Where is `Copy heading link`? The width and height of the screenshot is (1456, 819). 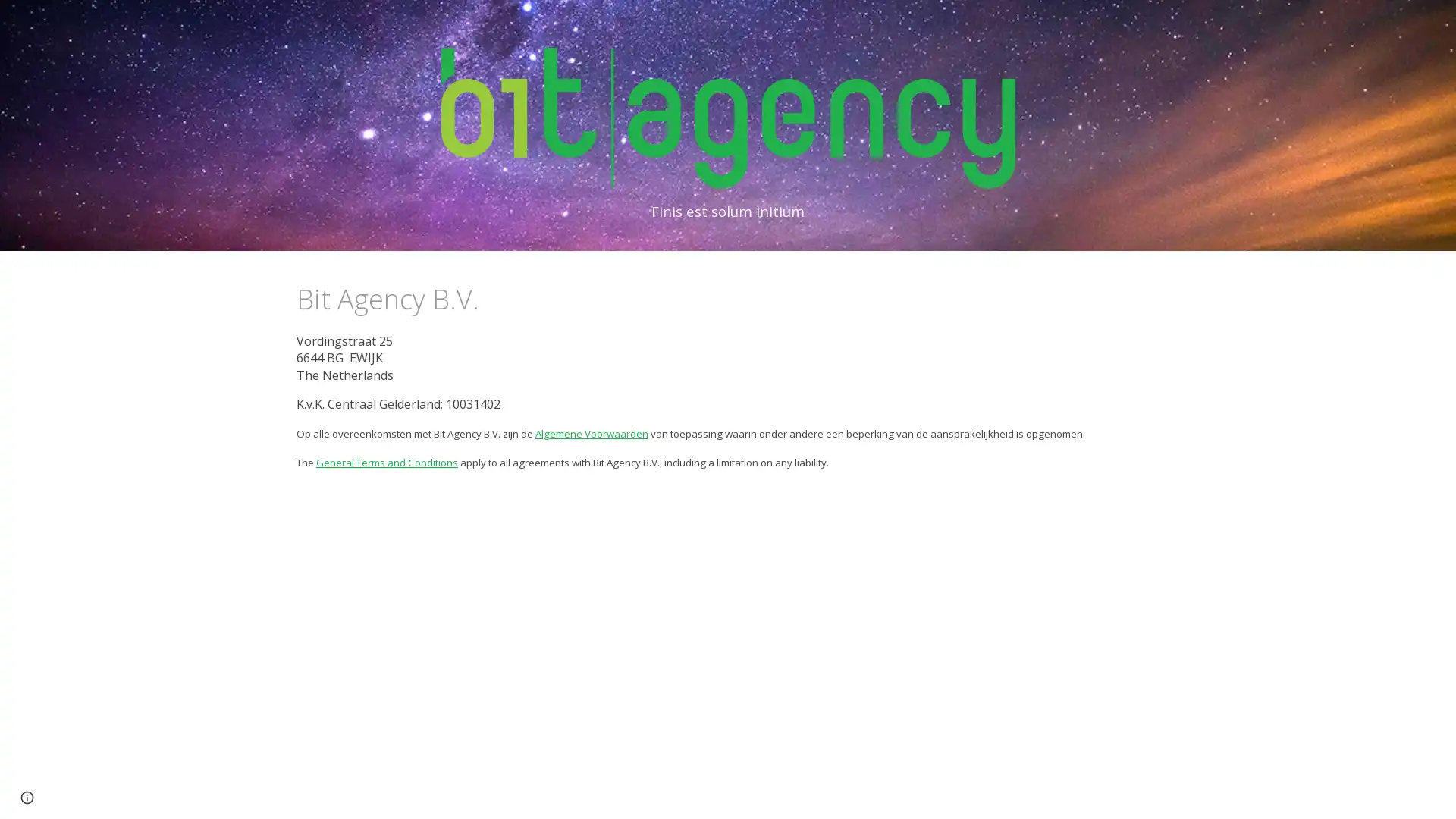
Copy heading link is located at coordinates (495, 298).